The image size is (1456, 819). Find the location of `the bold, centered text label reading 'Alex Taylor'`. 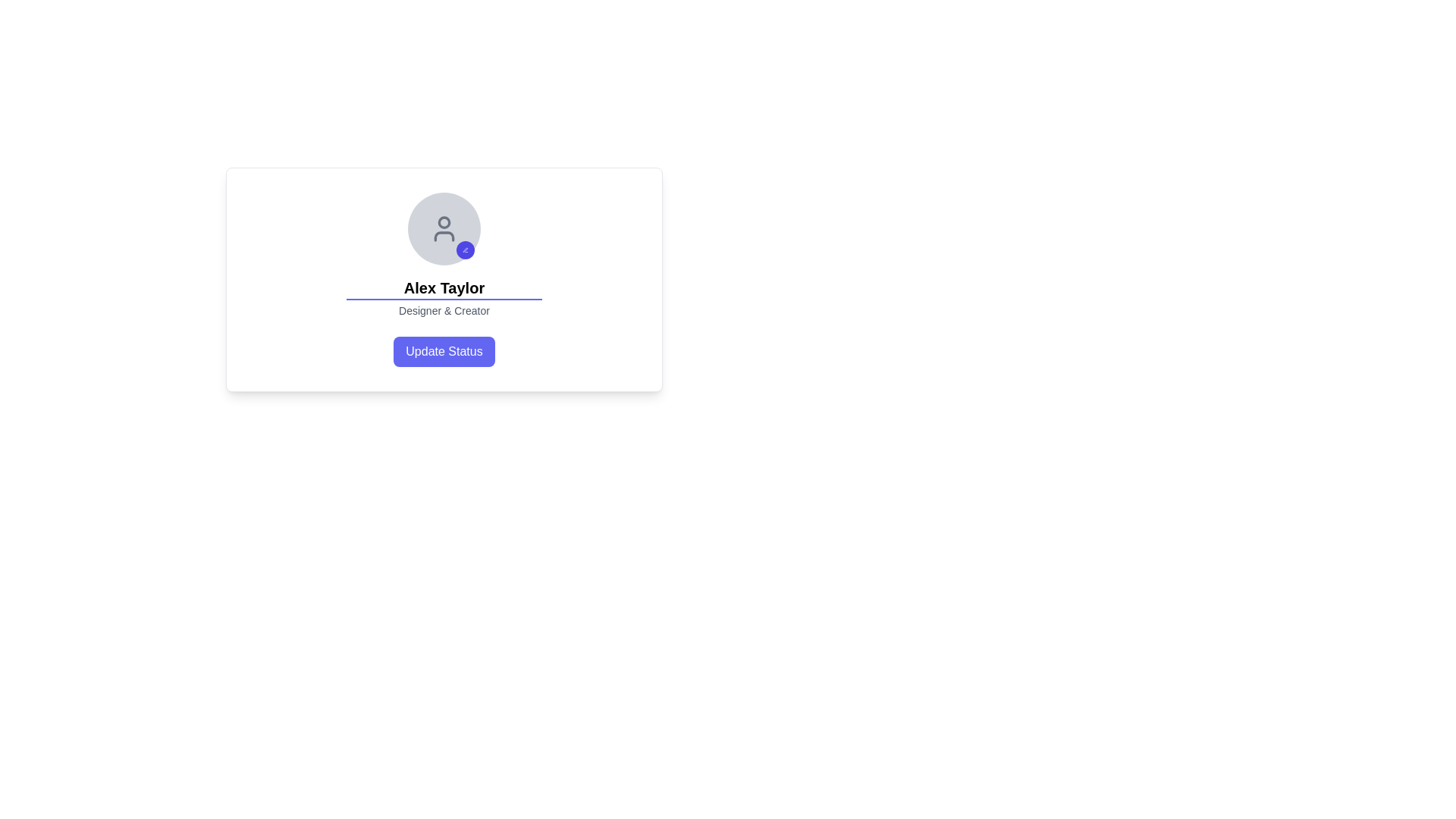

the bold, centered text label reading 'Alex Taylor' is located at coordinates (443, 289).